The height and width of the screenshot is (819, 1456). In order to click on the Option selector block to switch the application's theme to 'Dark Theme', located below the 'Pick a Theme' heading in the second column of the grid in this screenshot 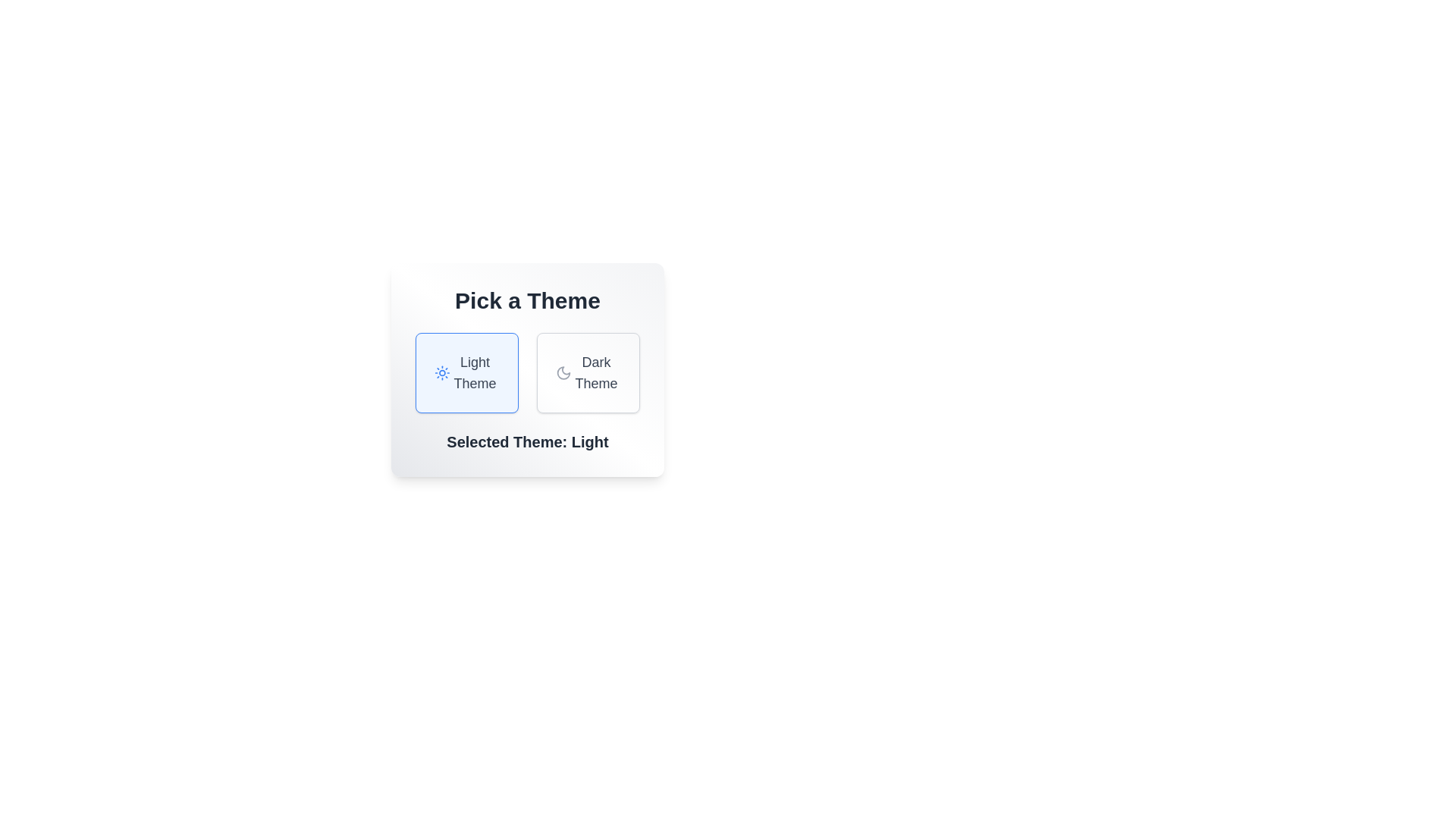, I will do `click(588, 373)`.